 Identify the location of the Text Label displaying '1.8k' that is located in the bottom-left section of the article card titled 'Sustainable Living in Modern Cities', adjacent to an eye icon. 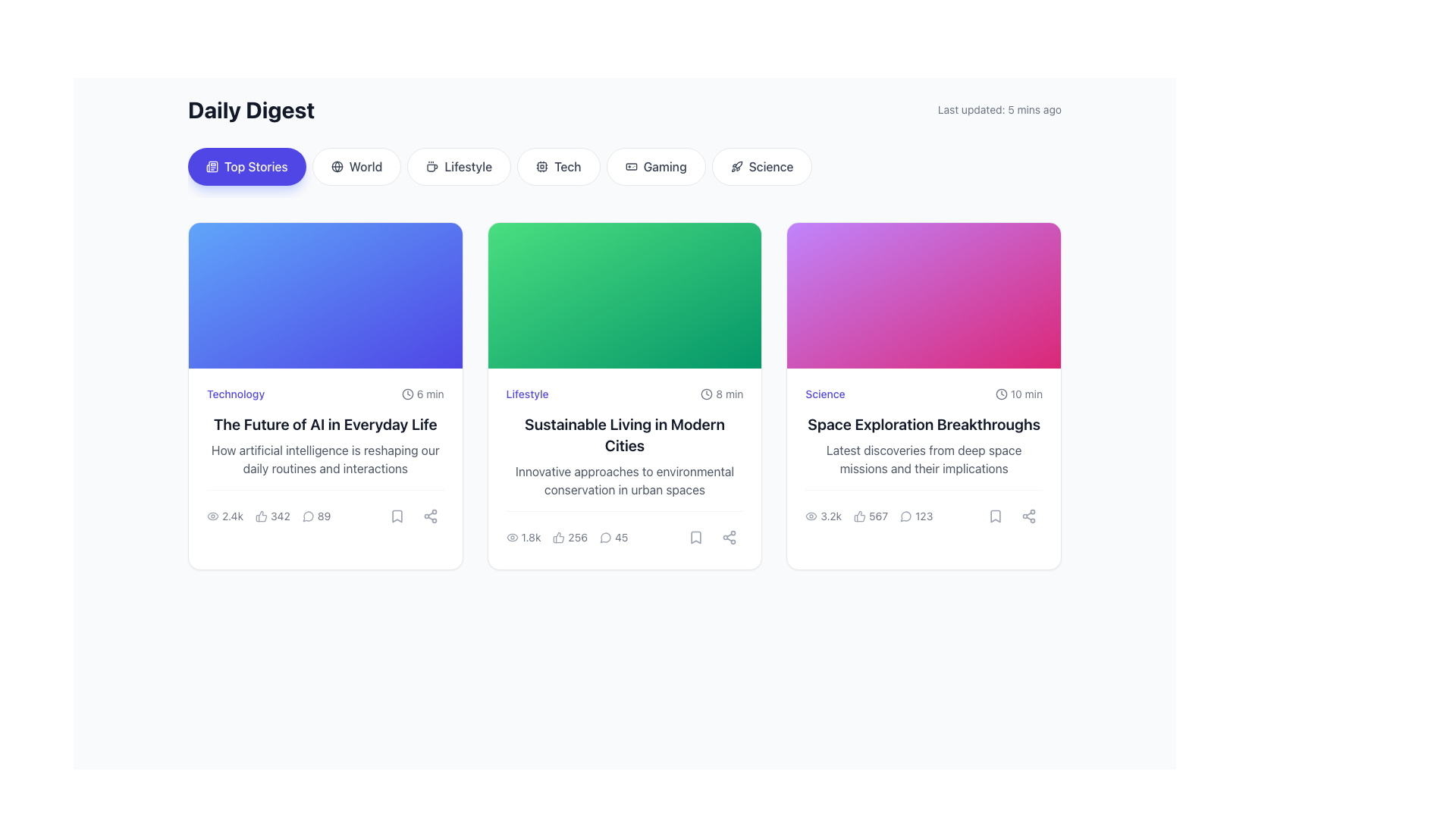
(531, 537).